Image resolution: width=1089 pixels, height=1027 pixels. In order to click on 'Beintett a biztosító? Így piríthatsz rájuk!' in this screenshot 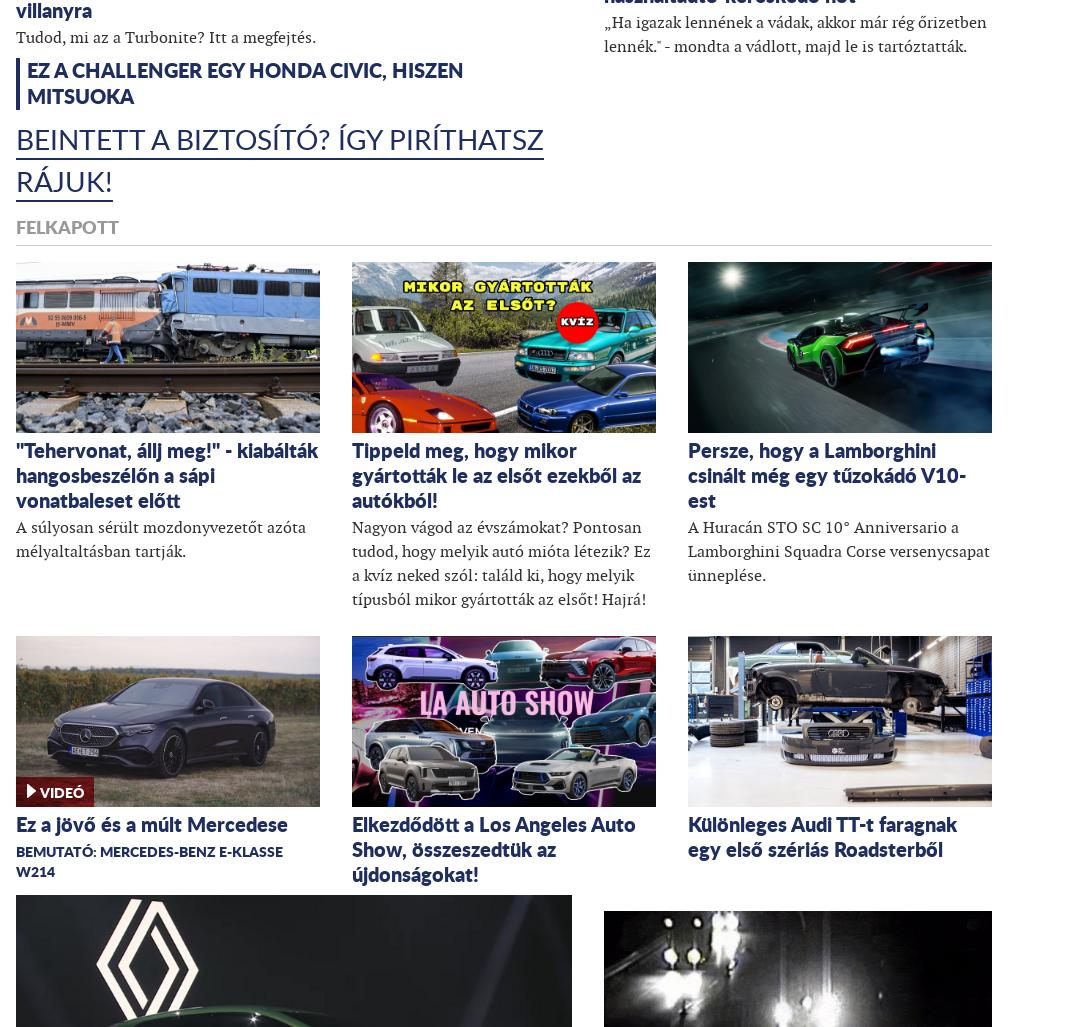, I will do `click(278, 158)`.